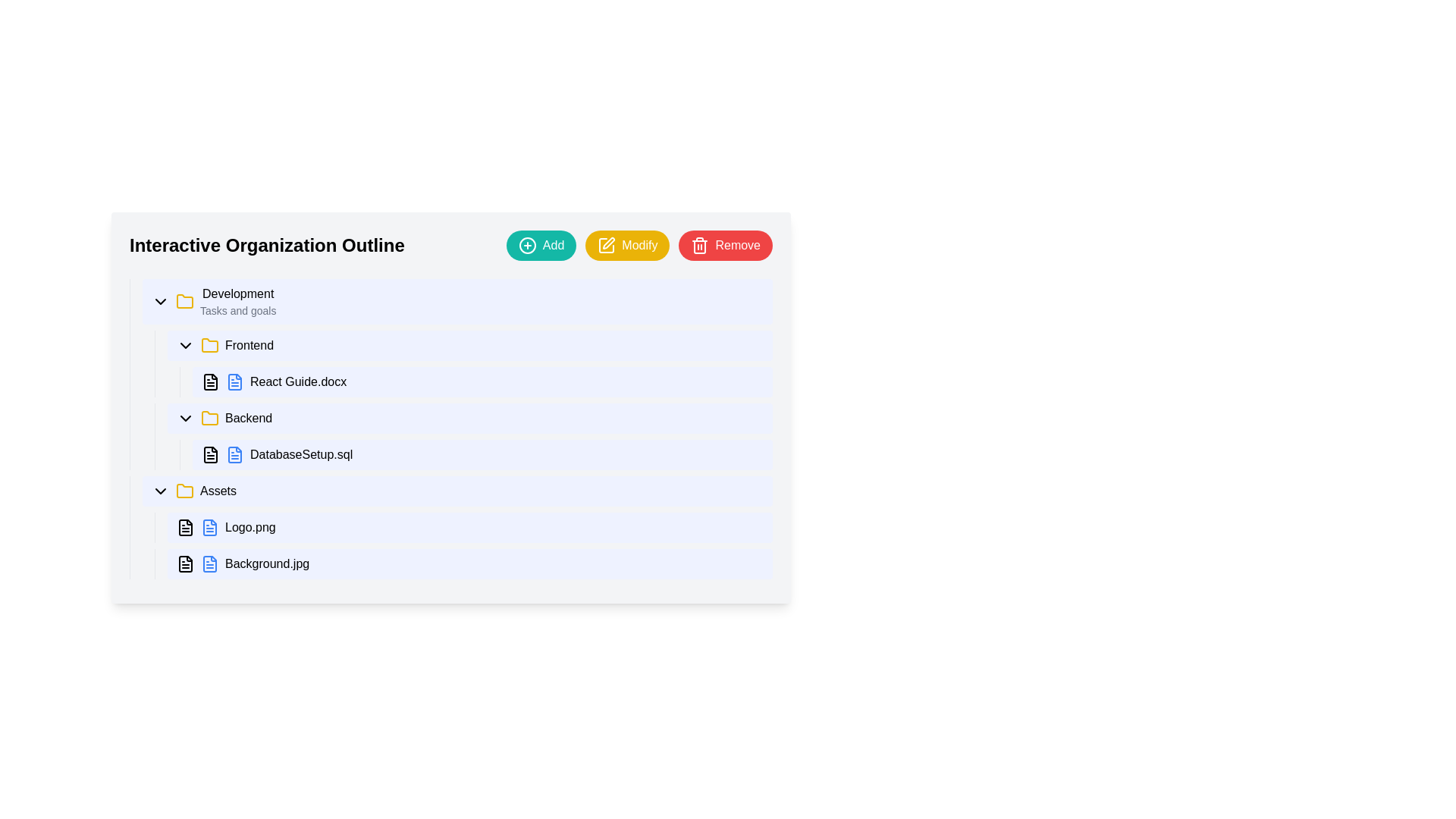  What do you see at coordinates (469, 564) in the screenshot?
I see `the List item representing the file entry 'Background.jpg'` at bounding box center [469, 564].